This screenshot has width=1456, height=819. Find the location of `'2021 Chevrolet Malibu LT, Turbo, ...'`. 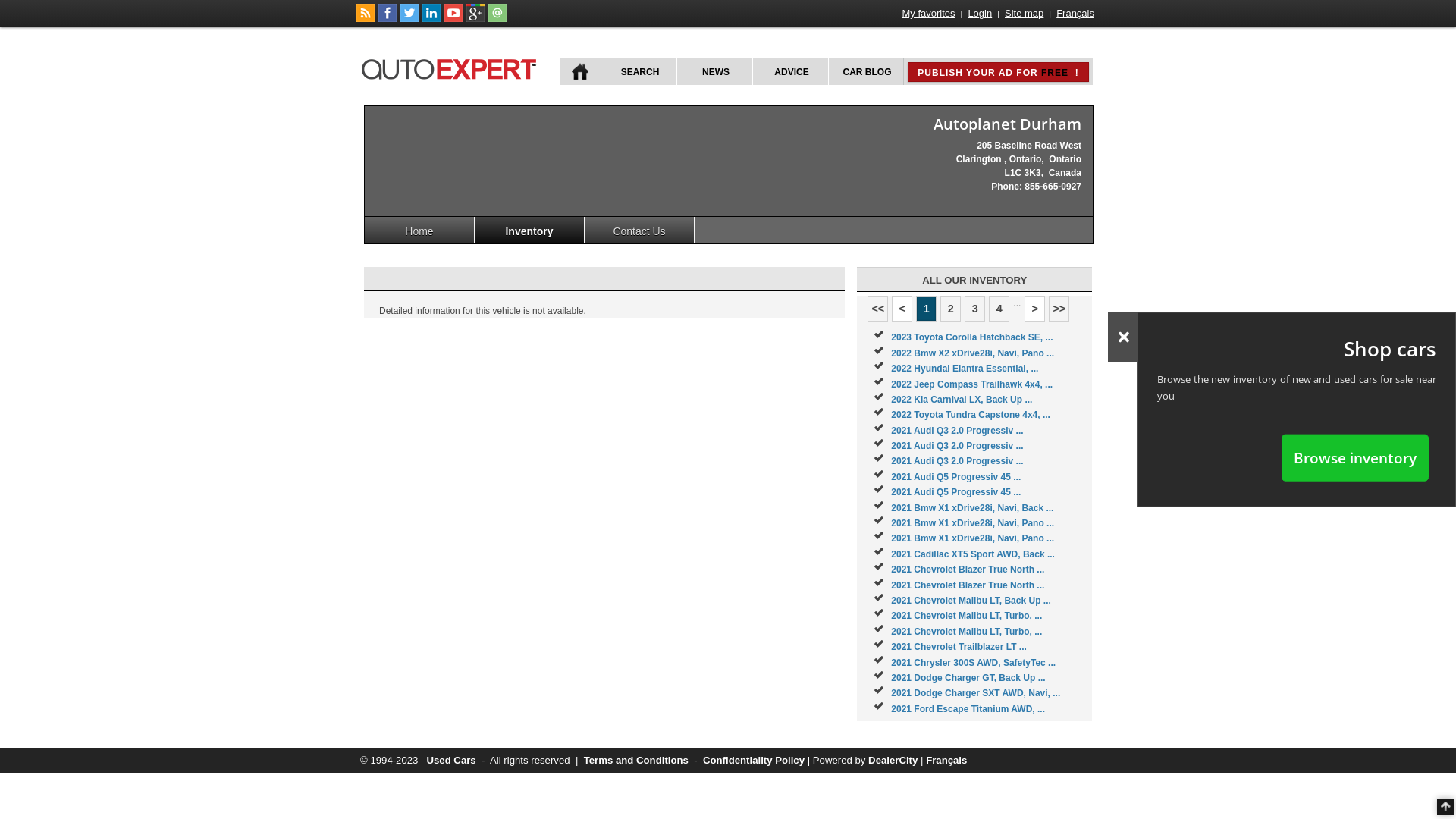

'2021 Chevrolet Malibu LT, Turbo, ...' is located at coordinates (891, 616).